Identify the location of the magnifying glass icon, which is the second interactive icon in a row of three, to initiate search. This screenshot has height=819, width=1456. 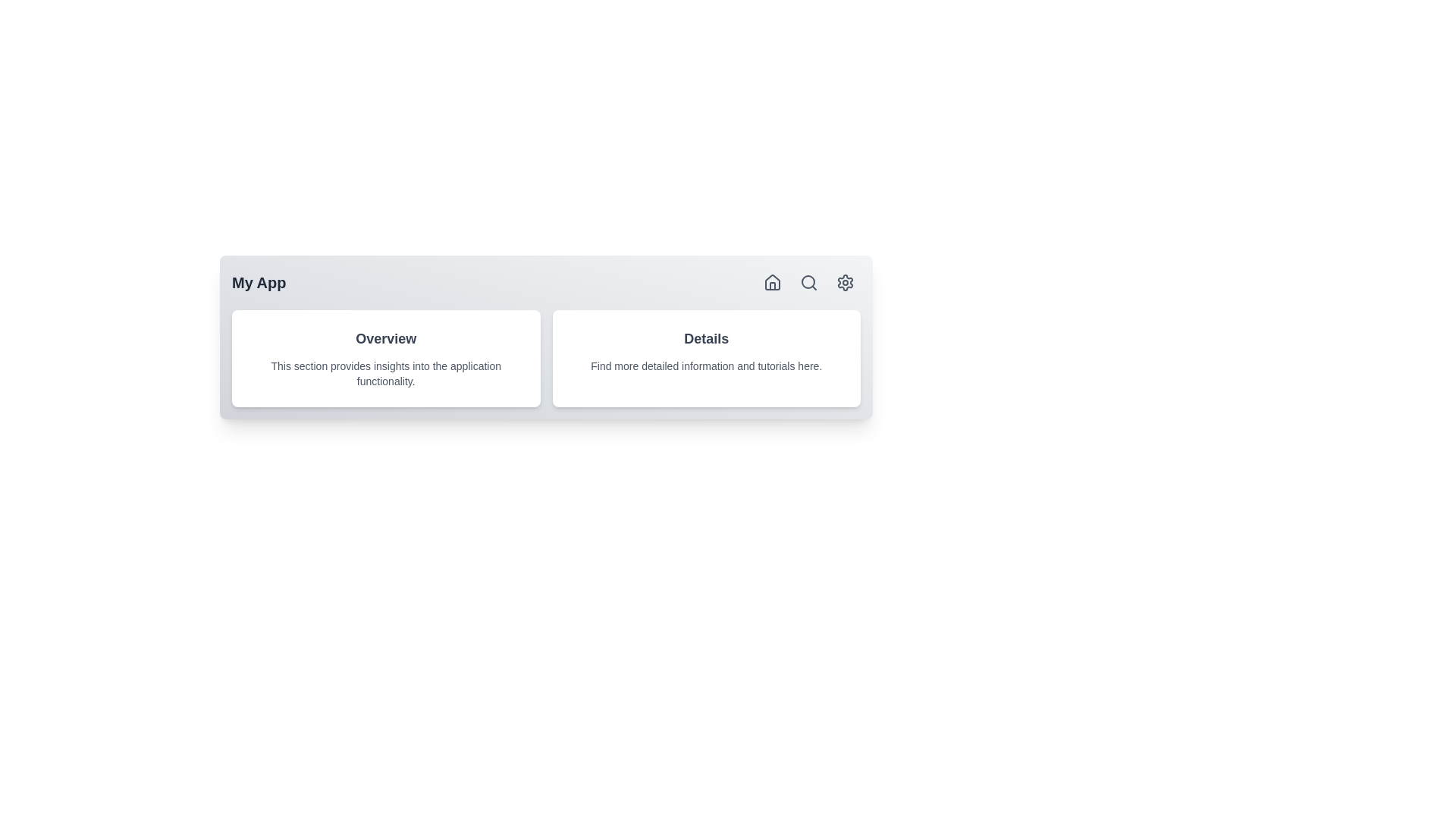
(808, 283).